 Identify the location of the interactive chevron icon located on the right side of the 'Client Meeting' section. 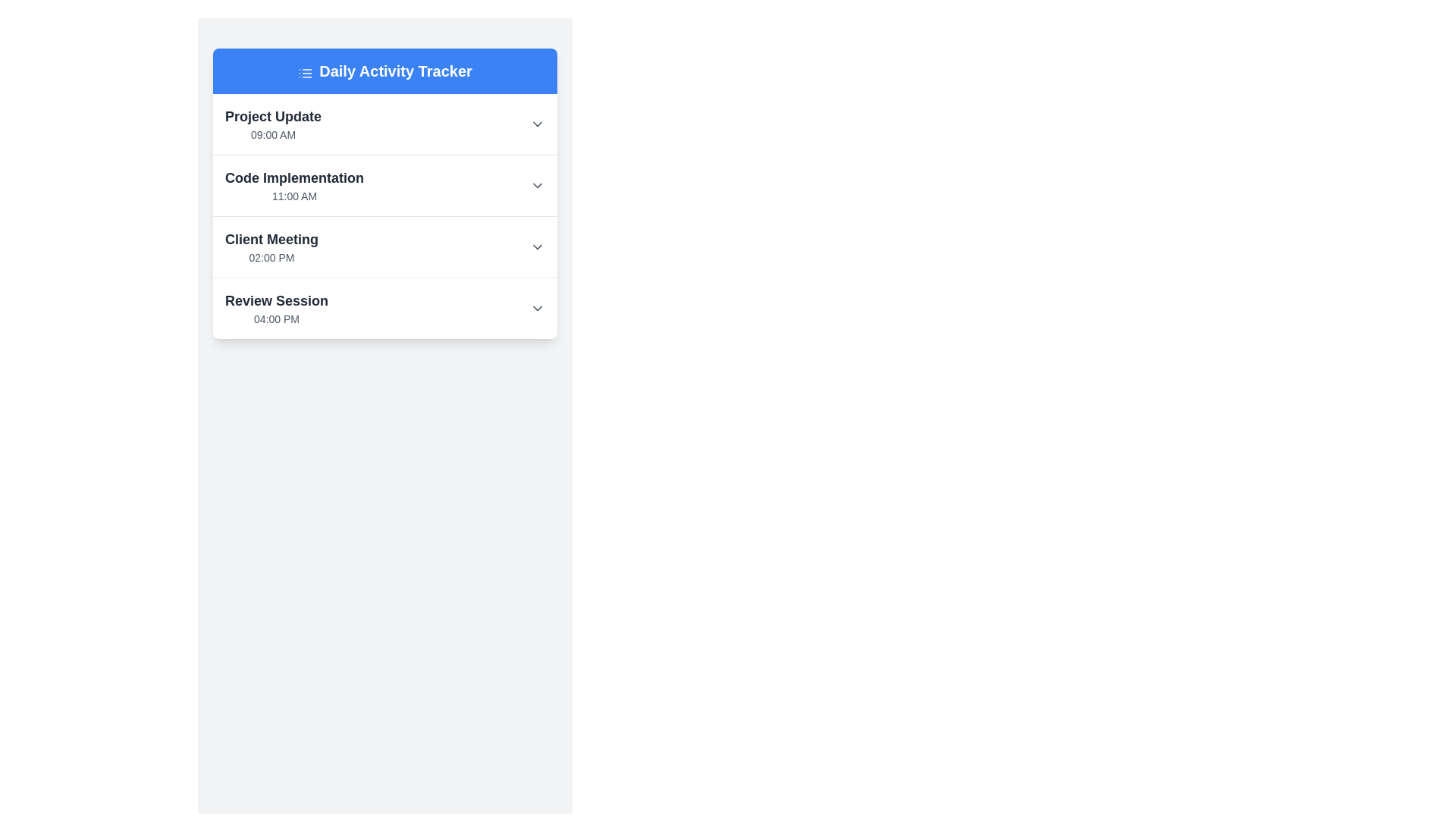
(538, 246).